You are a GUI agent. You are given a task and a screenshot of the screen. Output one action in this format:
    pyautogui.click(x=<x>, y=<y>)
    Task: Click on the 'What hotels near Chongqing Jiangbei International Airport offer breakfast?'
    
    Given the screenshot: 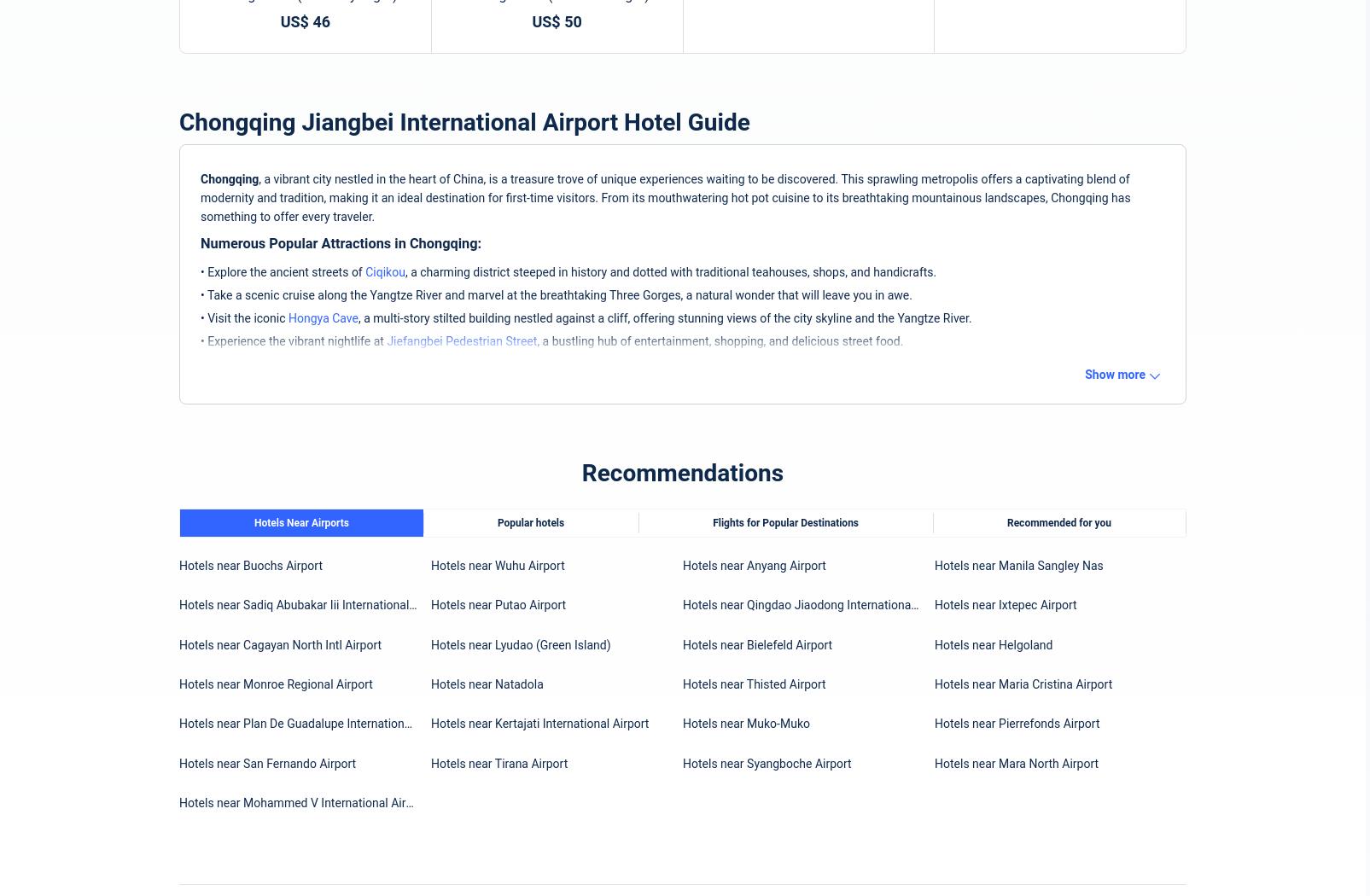 What is the action you would take?
    pyautogui.click(x=425, y=364)
    